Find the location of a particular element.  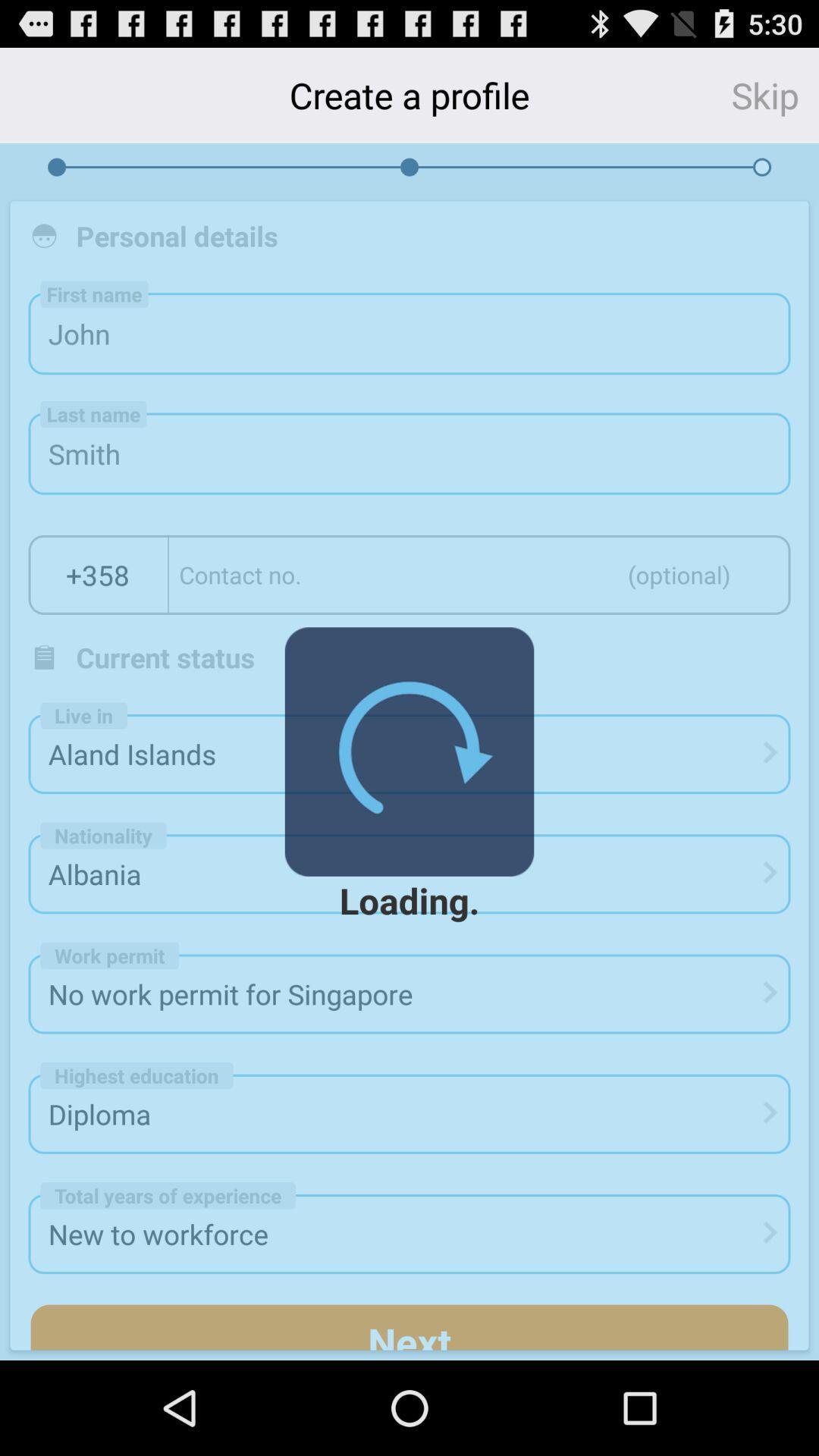

the 2nd text field on the web page is located at coordinates (409, 453).